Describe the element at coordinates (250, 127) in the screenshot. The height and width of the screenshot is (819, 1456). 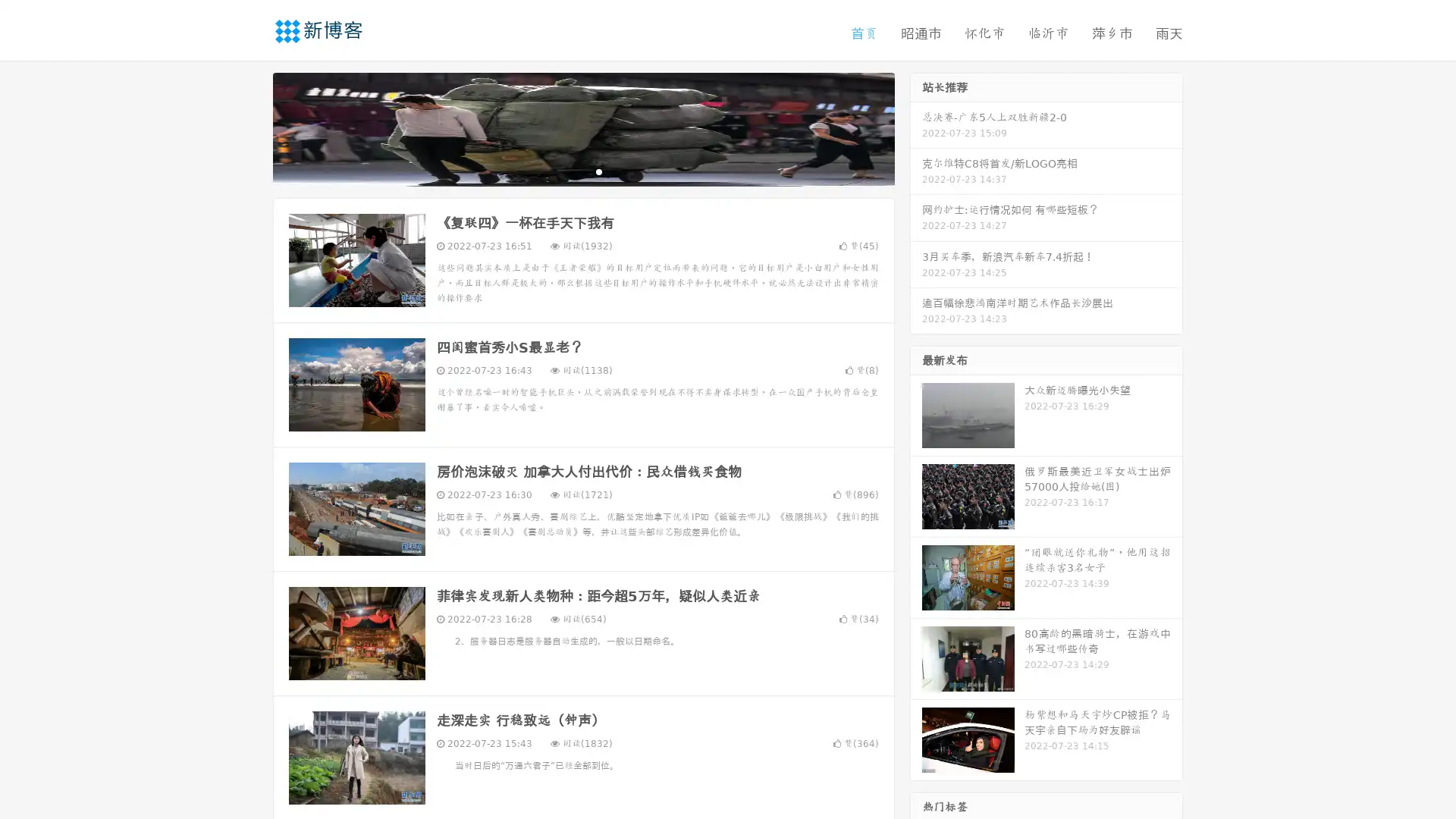
I see `Previous slide` at that location.